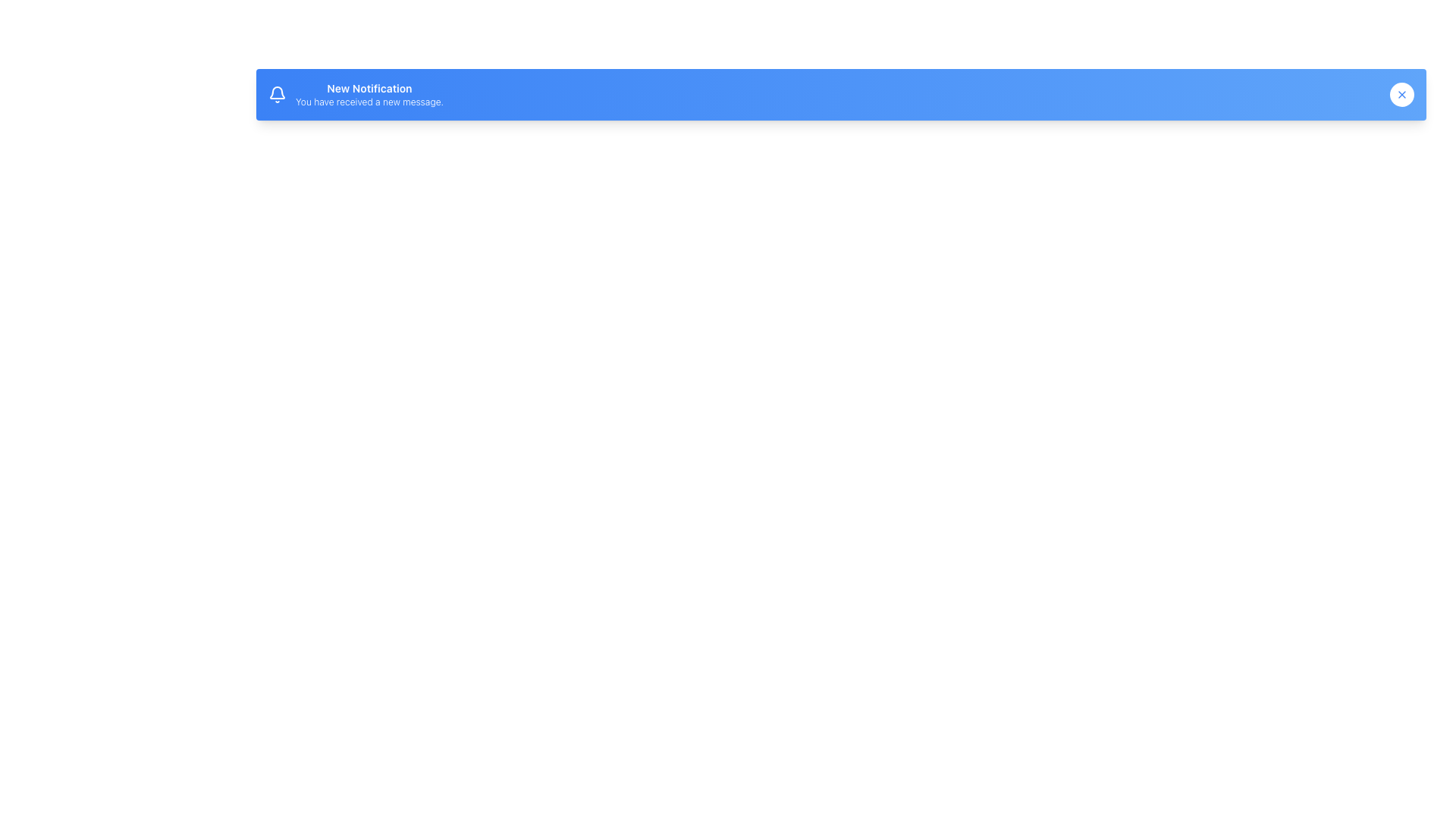 The image size is (1456, 819). What do you see at coordinates (369, 94) in the screenshot?
I see `the Text Display located on the left side of the blue notification bar, adjacent to the bell icon` at bounding box center [369, 94].